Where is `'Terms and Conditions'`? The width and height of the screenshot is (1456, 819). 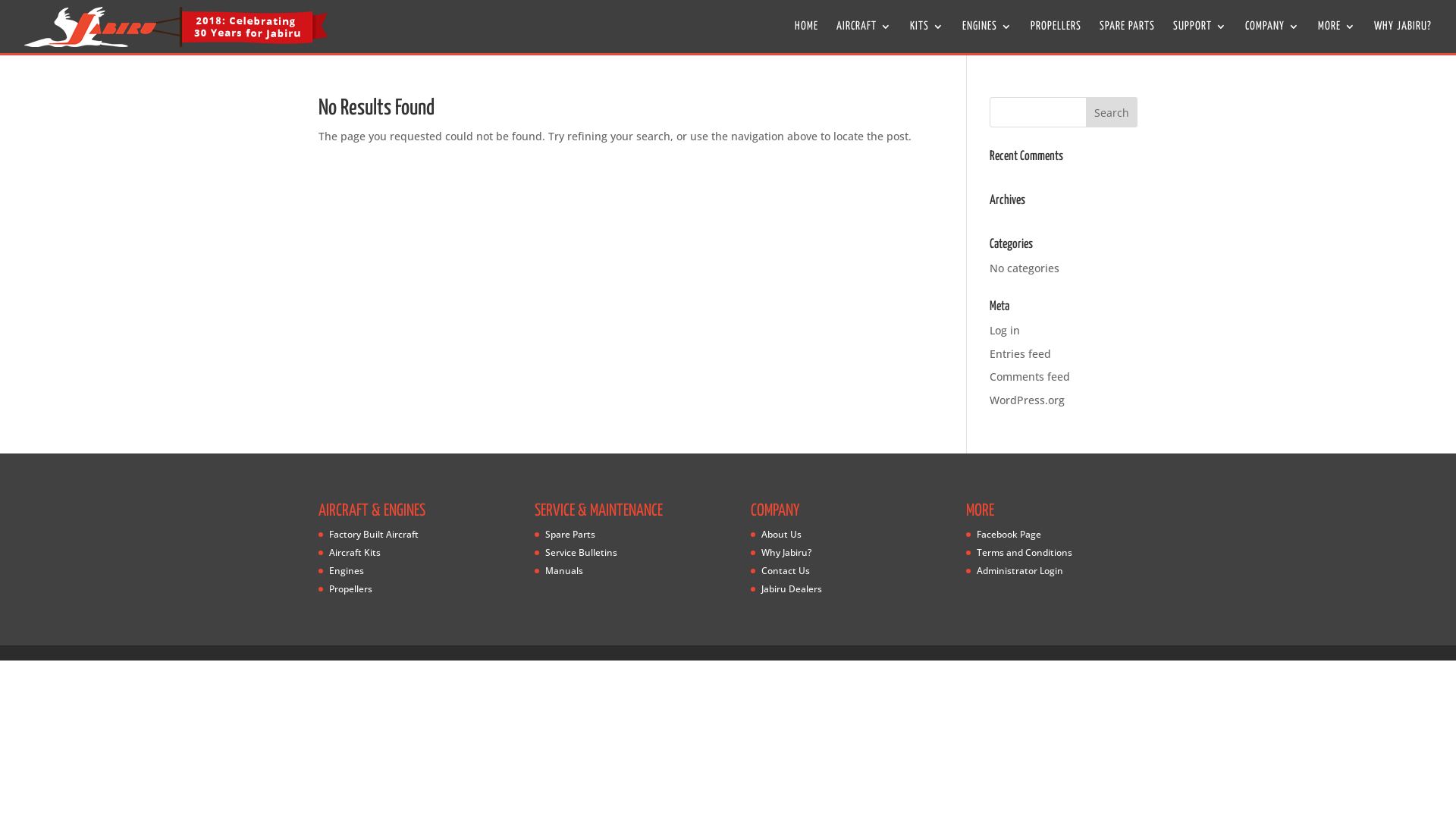 'Terms and Conditions' is located at coordinates (1024, 552).